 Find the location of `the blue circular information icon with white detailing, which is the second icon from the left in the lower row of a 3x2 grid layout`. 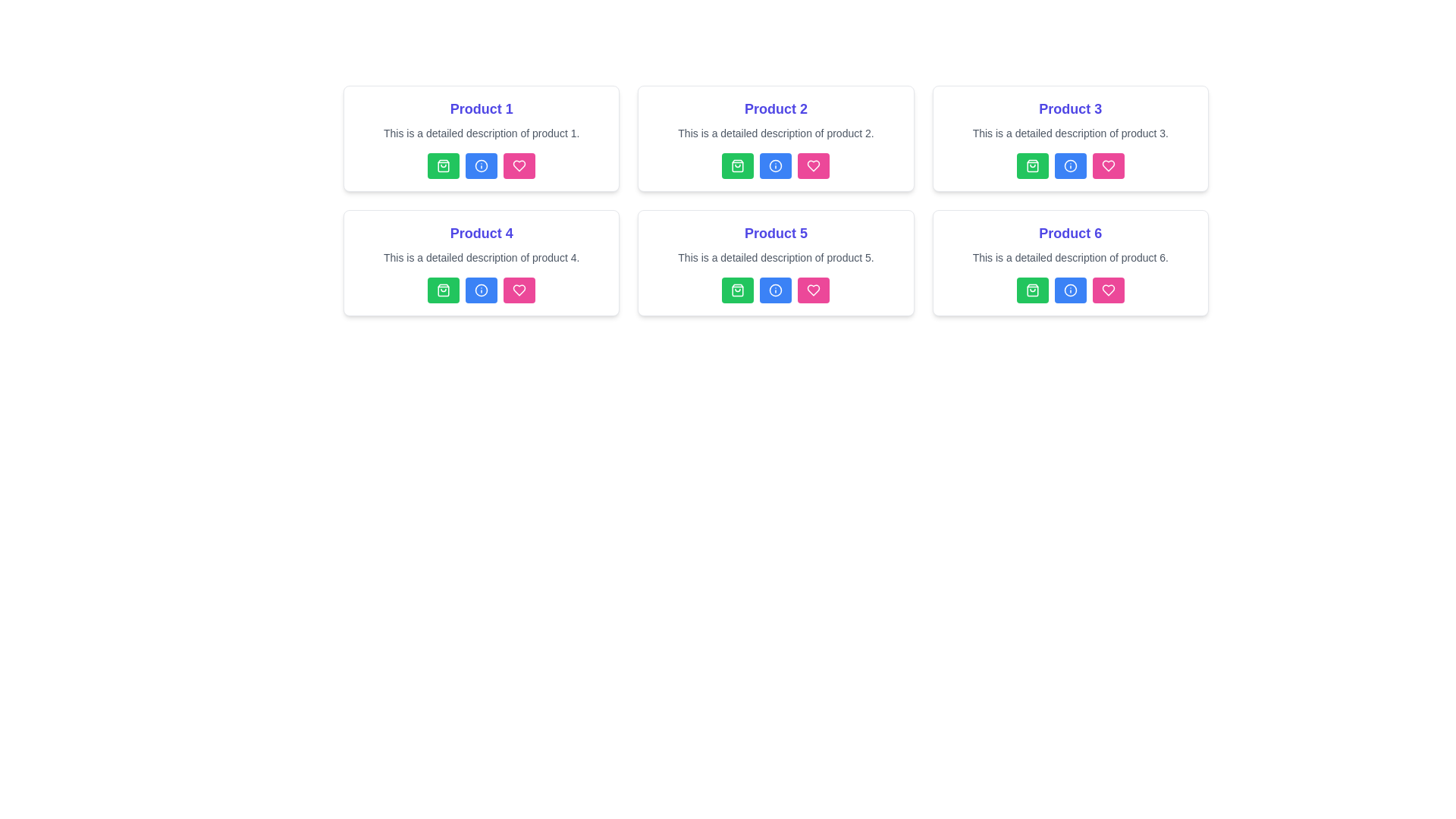

the blue circular information icon with white detailing, which is the second icon from the left in the lower row of a 3x2 grid layout is located at coordinates (1069, 290).